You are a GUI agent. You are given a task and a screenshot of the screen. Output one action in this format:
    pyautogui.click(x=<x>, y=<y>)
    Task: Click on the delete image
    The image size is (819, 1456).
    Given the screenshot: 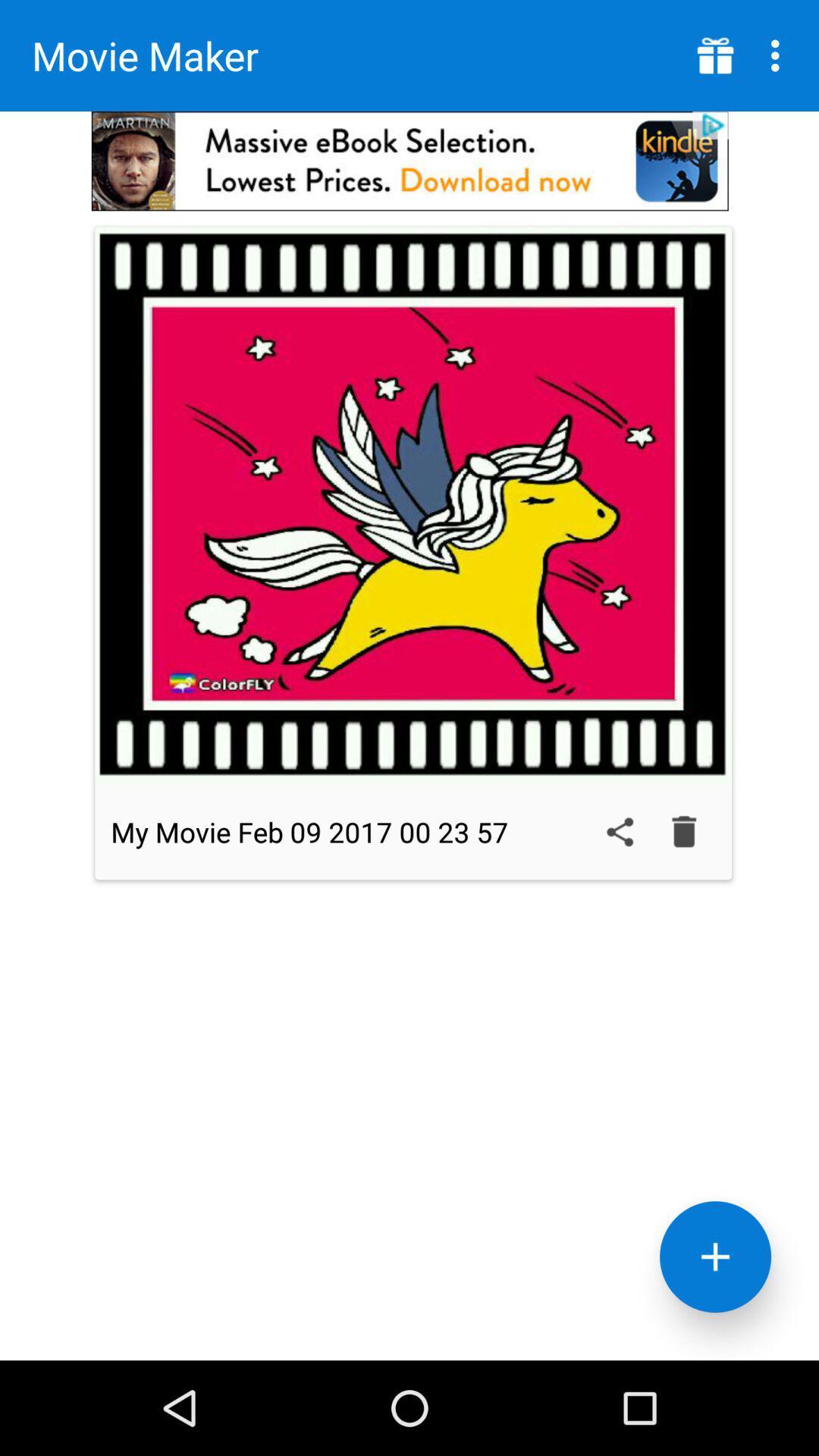 What is the action you would take?
    pyautogui.click(x=684, y=831)
    